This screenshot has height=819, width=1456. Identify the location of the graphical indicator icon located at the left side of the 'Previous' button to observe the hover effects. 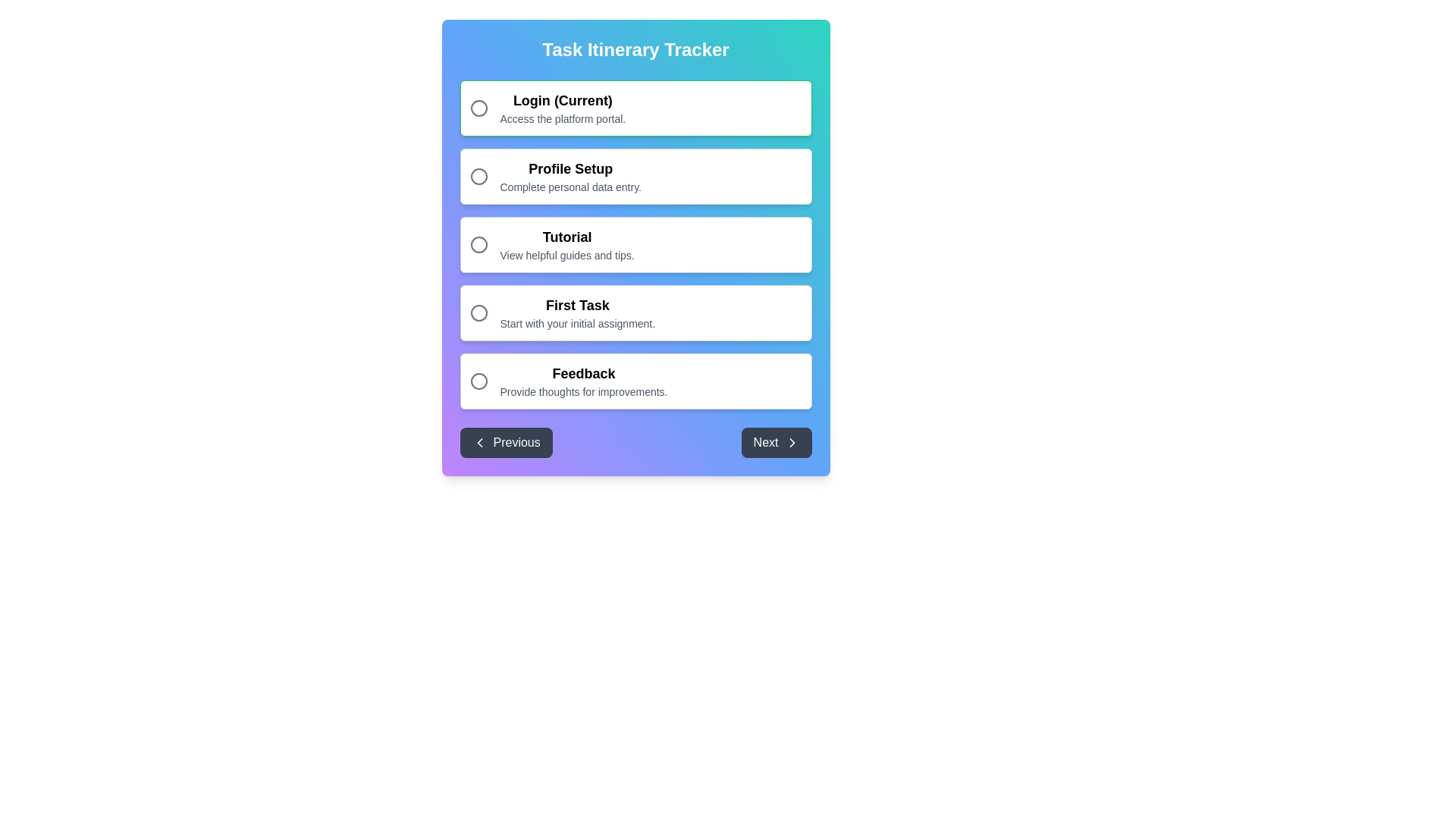
(479, 442).